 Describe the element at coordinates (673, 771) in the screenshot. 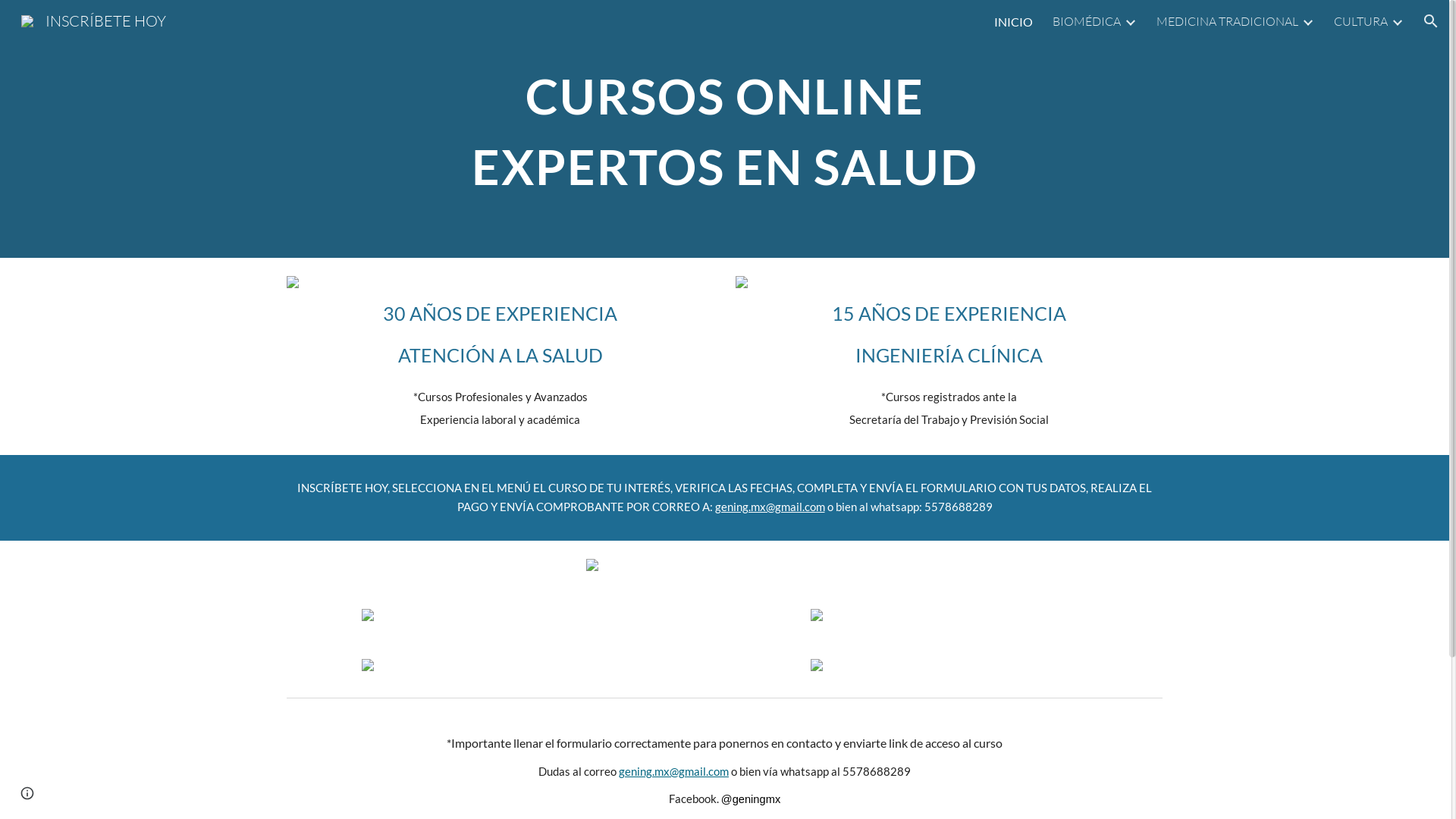

I see `'gening.mx@gmail.com'` at that location.